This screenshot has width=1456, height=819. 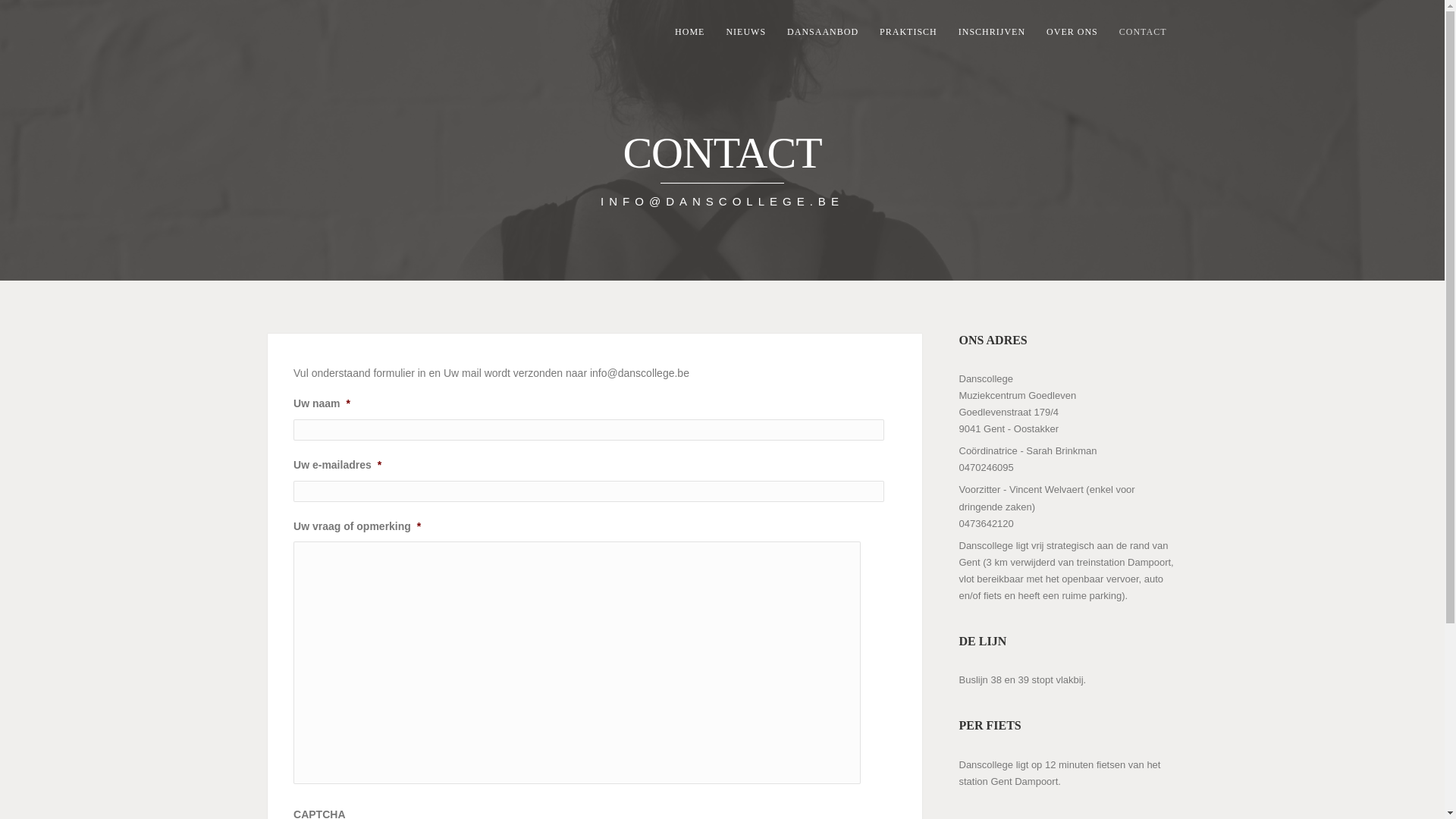 I want to click on 'NIEUWS', so click(x=714, y=32).